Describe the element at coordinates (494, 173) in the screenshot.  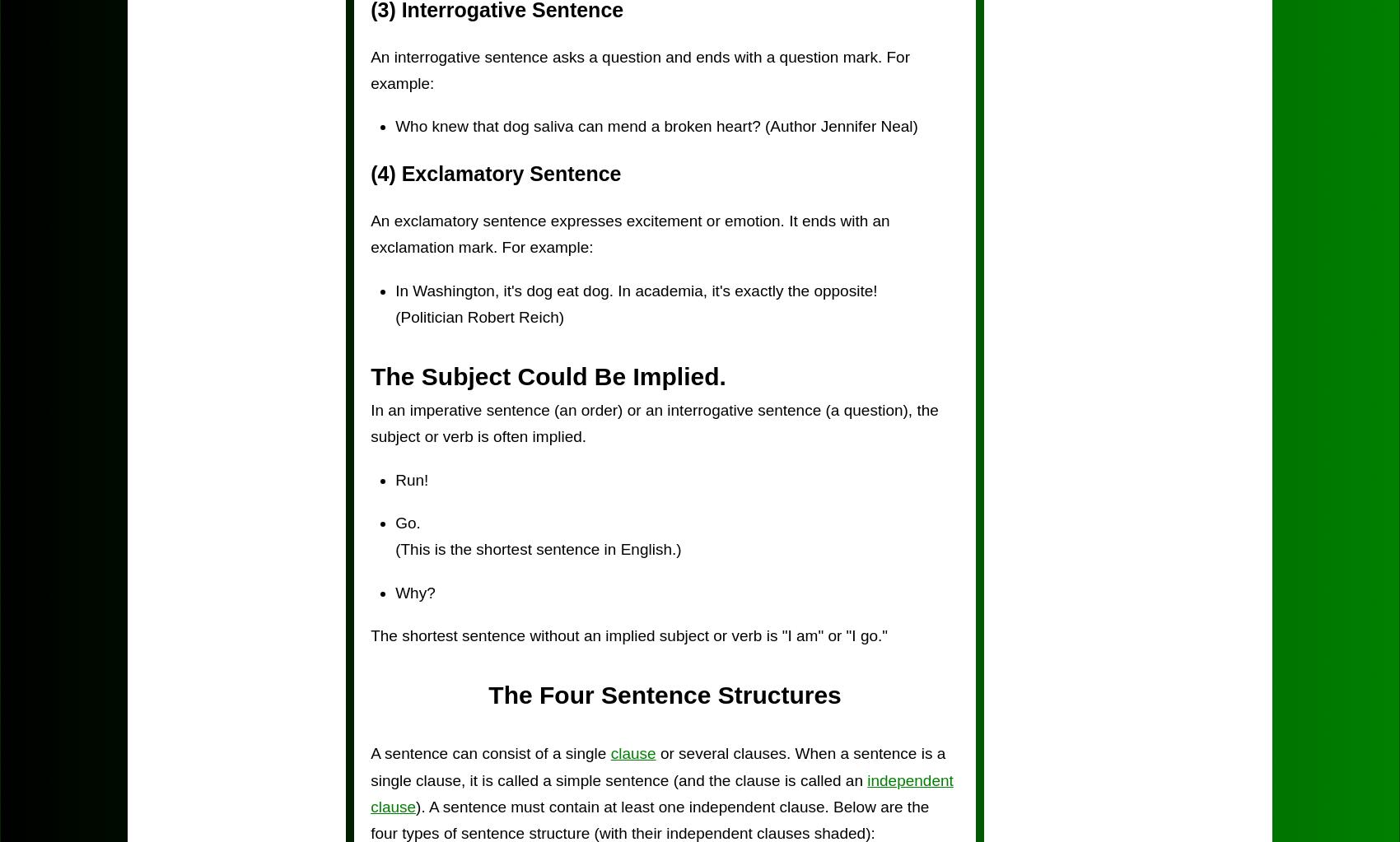
I see `'(4) Exclamatory Sentence'` at that location.